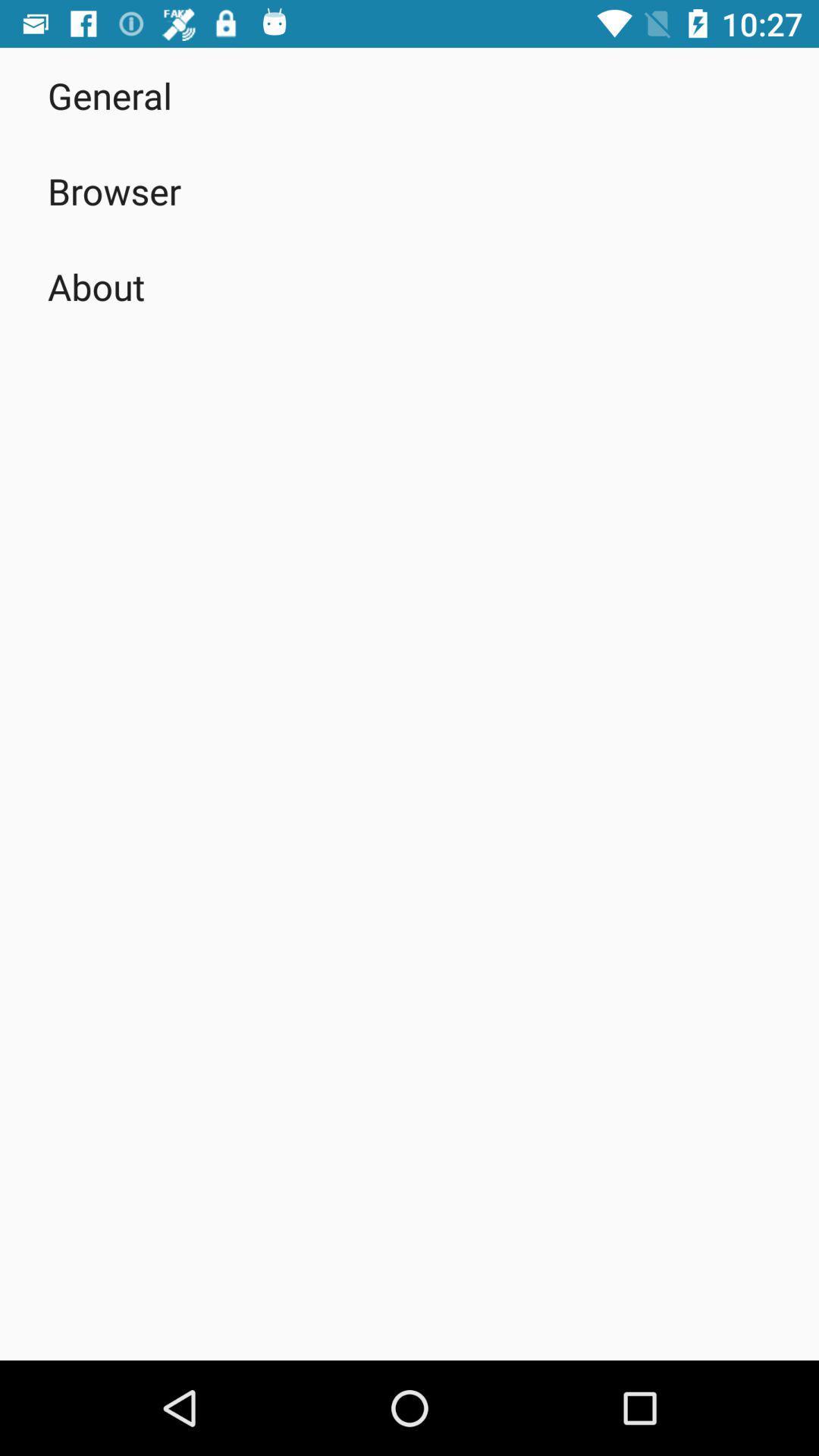 The image size is (819, 1456). Describe the element at coordinates (114, 190) in the screenshot. I see `browser item` at that location.